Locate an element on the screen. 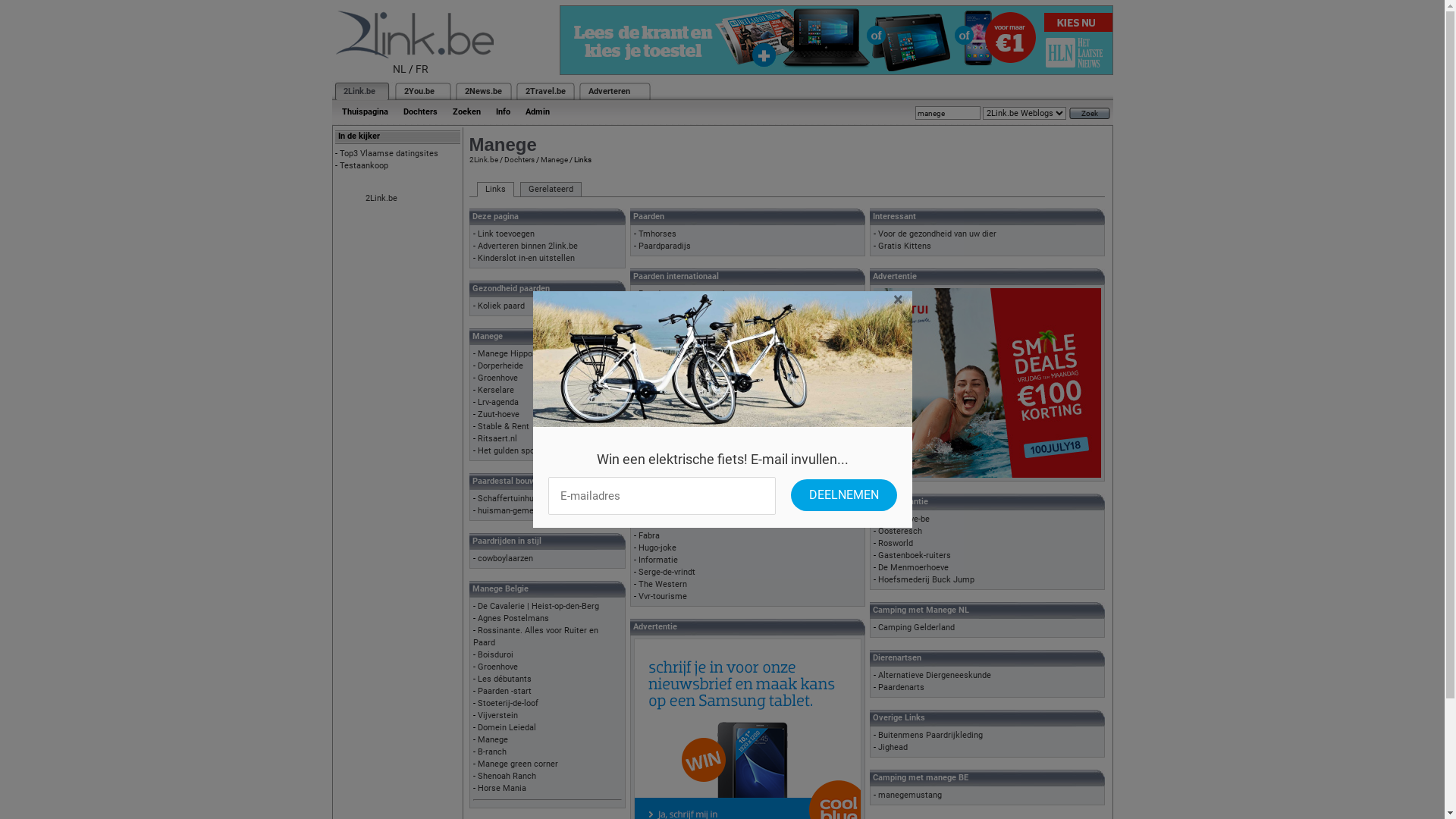 This screenshot has width=1456, height=819. 'Dochters' is located at coordinates (518, 159).